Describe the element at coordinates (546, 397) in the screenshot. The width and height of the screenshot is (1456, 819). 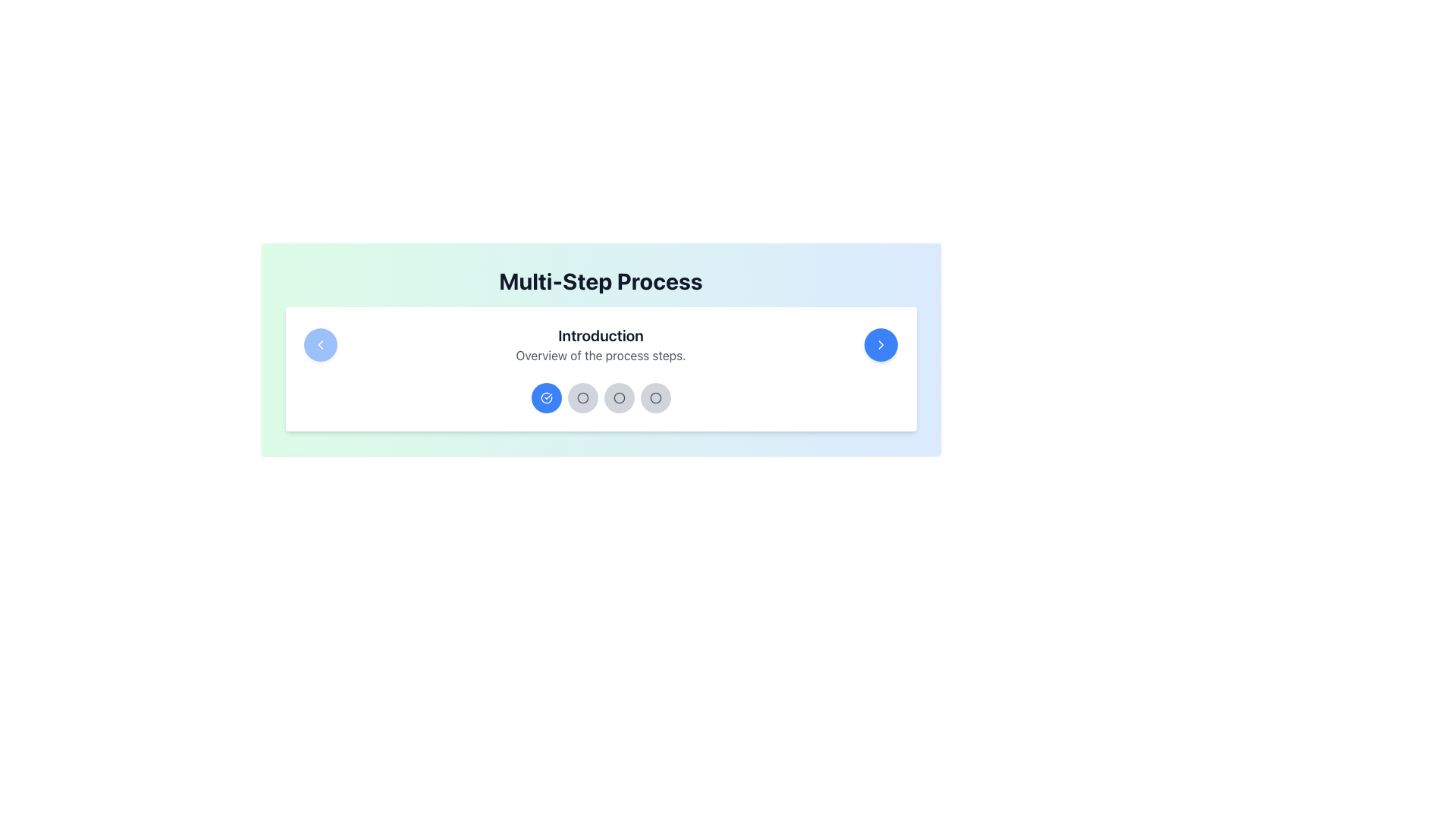
I see `the first circular step indicator in the sequence` at that location.